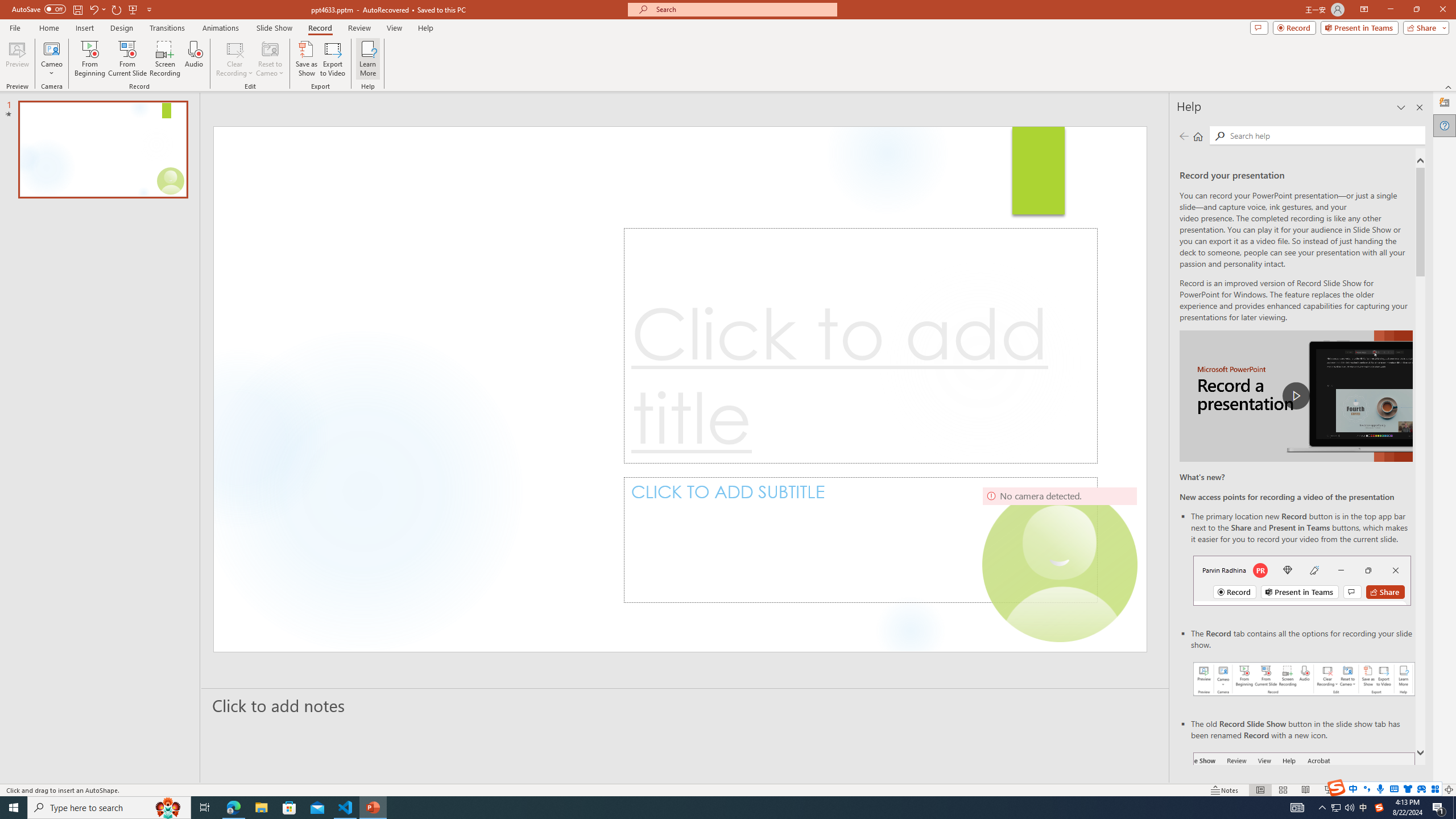 Image resolution: width=1456 pixels, height=819 pixels. I want to click on 'Share', so click(1423, 27).